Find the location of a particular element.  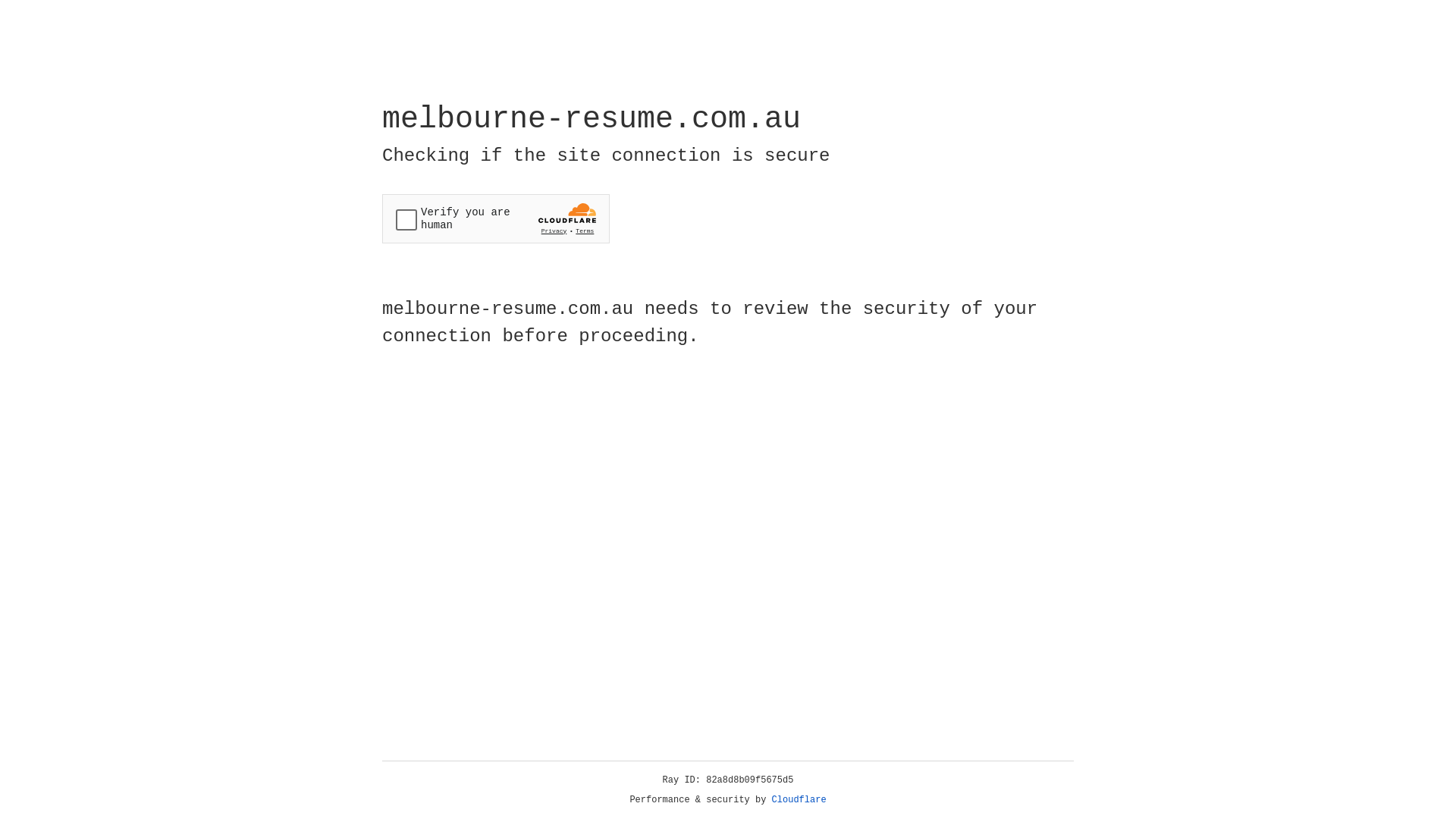

'Widget containing a Cloudflare security challenge' is located at coordinates (495, 218).